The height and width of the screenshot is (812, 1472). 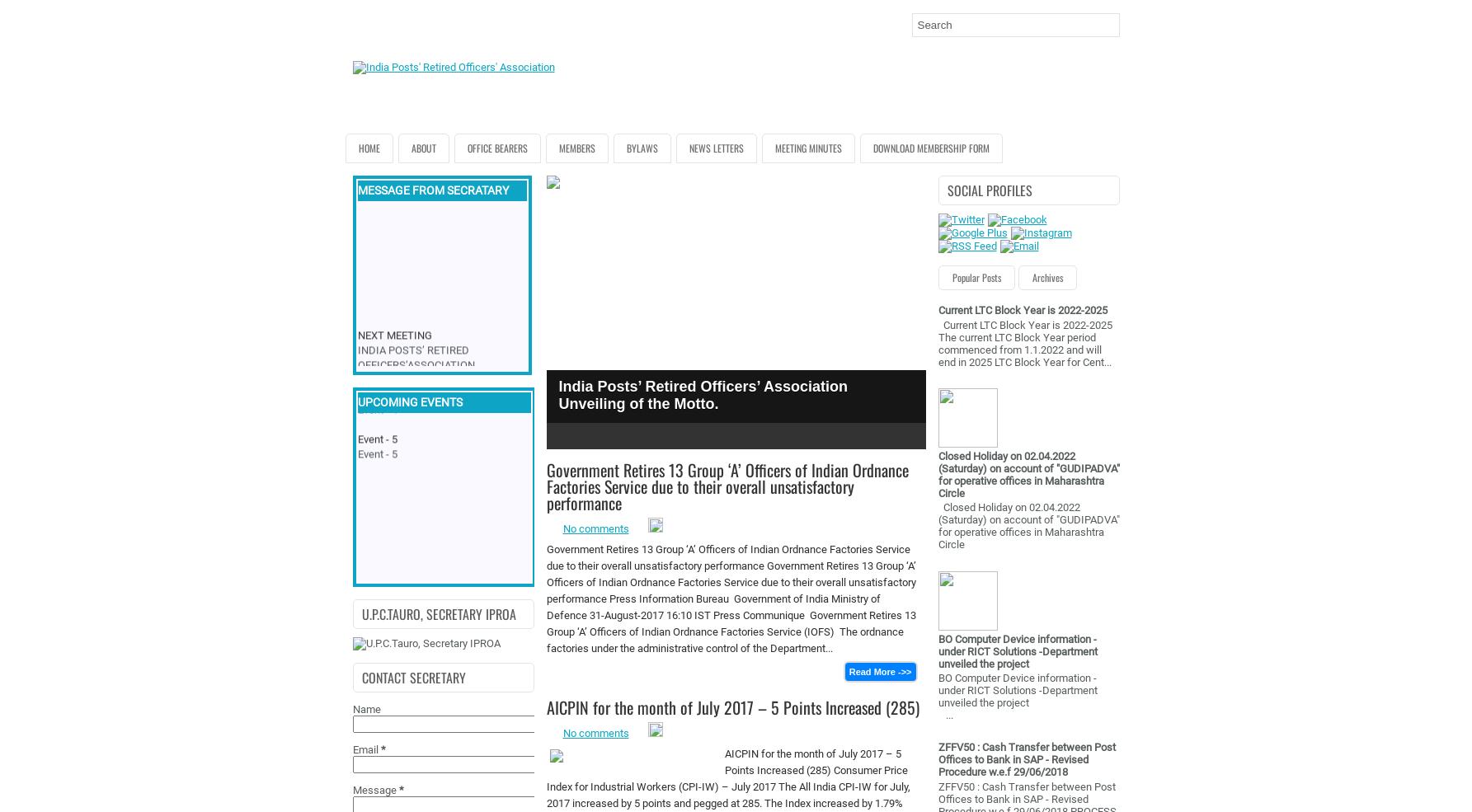 I want to click on 'Current LTC Block Year is 2022-2025', so click(x=1021, y=310).